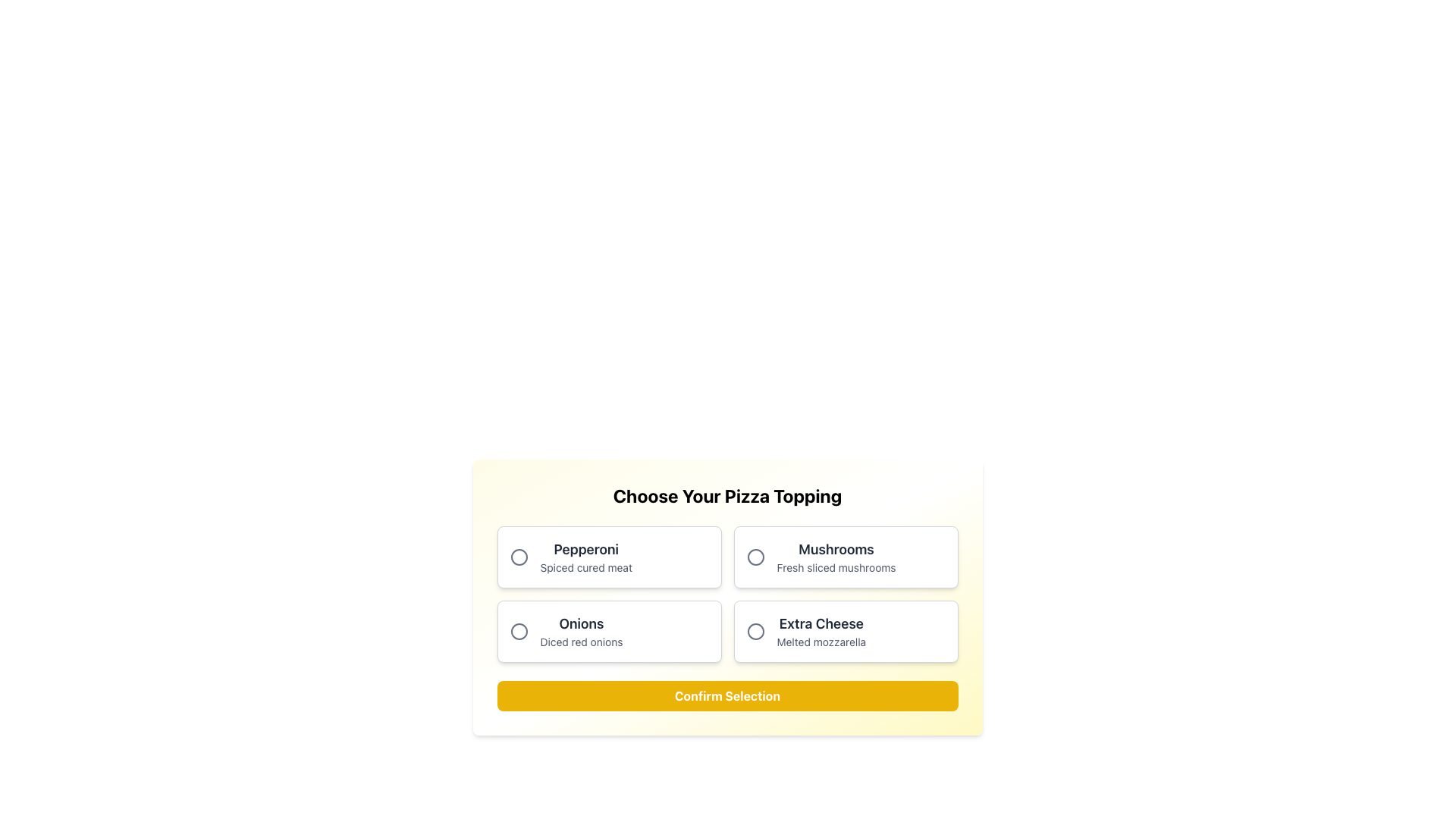 The width and height of the screenshot is (1456, 819). Describe the element at coordinates (821, 642) in the screenshot. I see `the descriptive text label located beneath the 'Extra Cheese' topping in the selectable panel of the pizza toppings grid layout` at that location.